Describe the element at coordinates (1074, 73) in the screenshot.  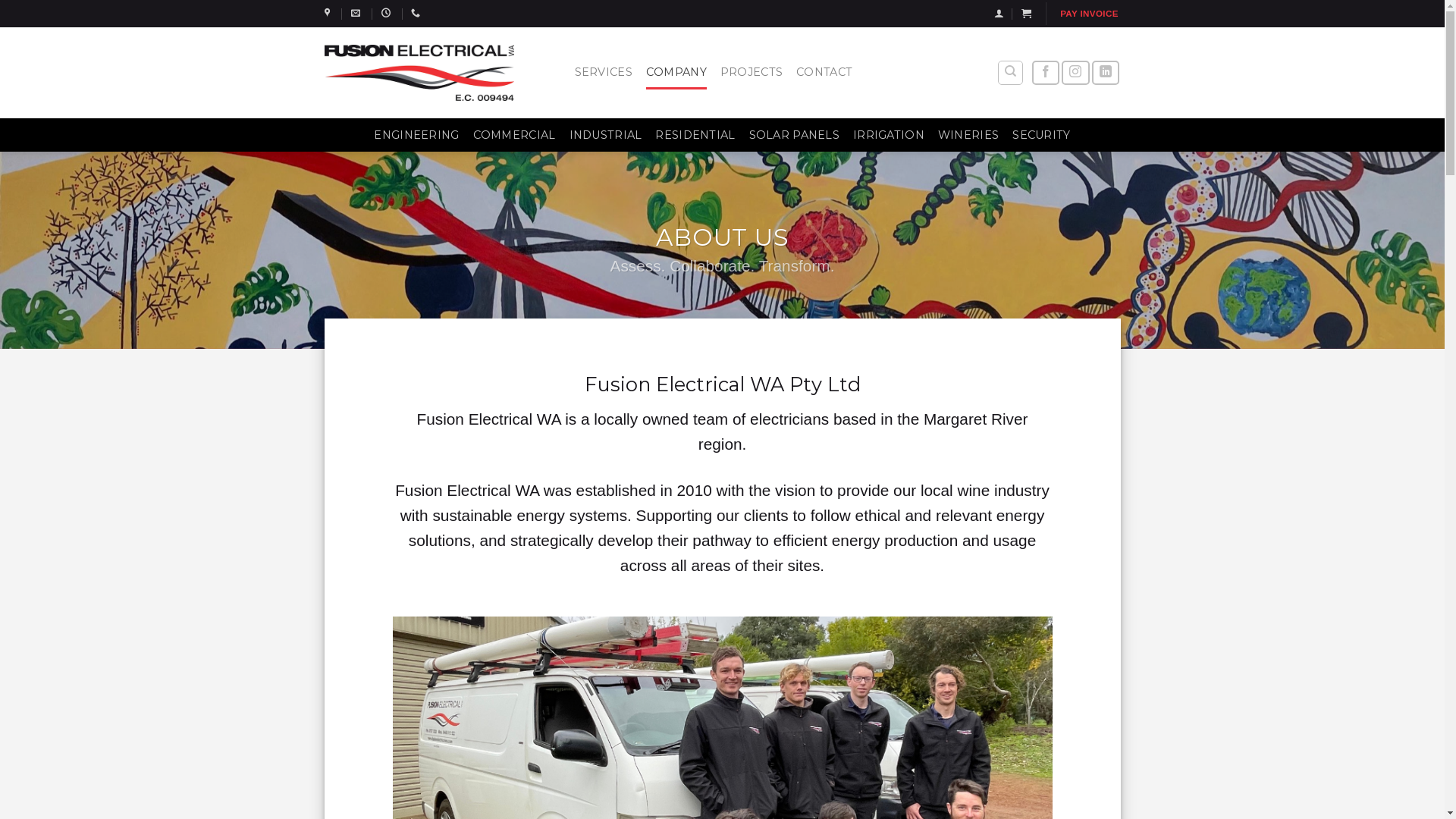
I see `'Follow on Instagram'` at that location.